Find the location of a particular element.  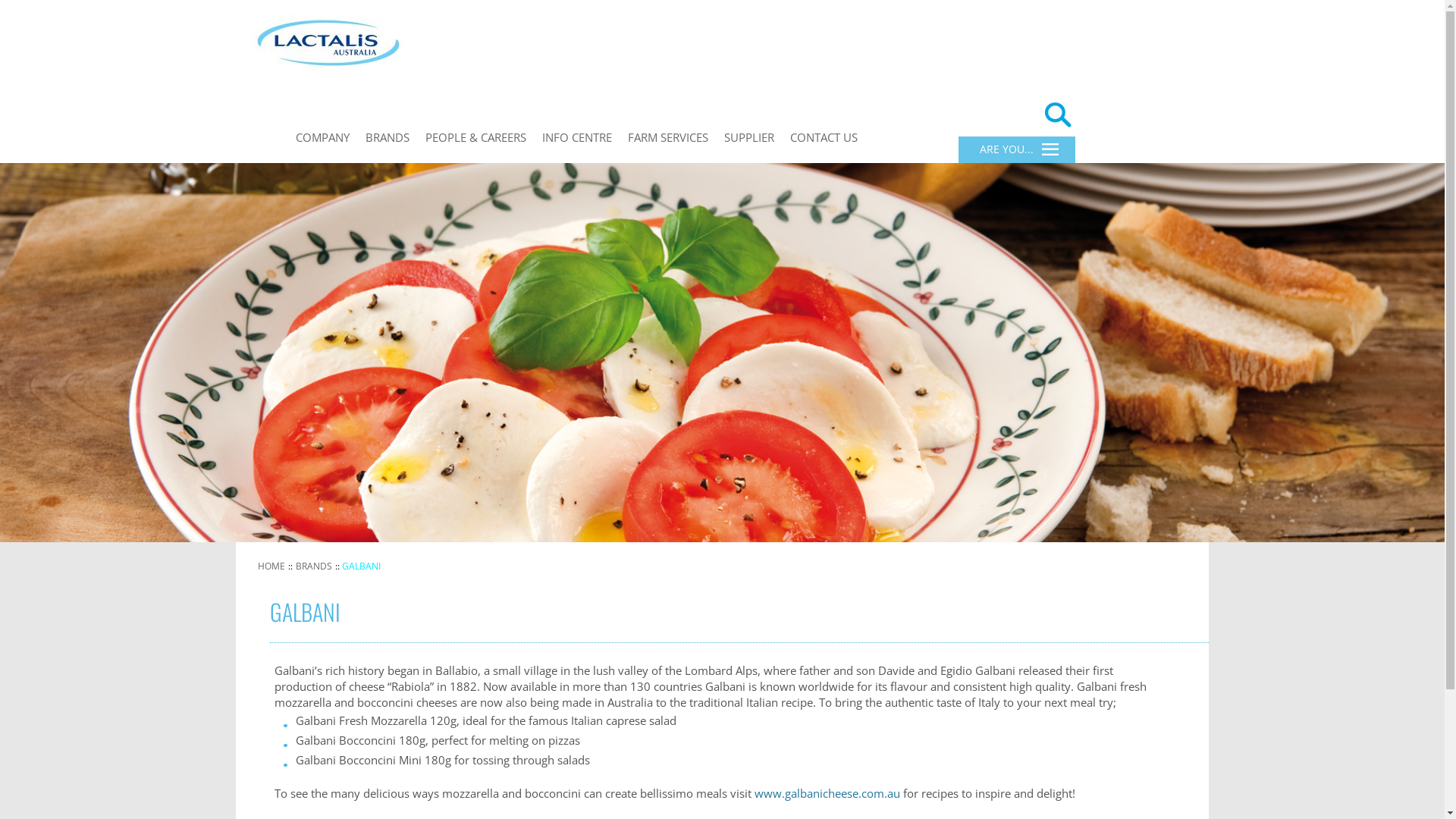

'GALBANI' is located at coordinates (361, 566).